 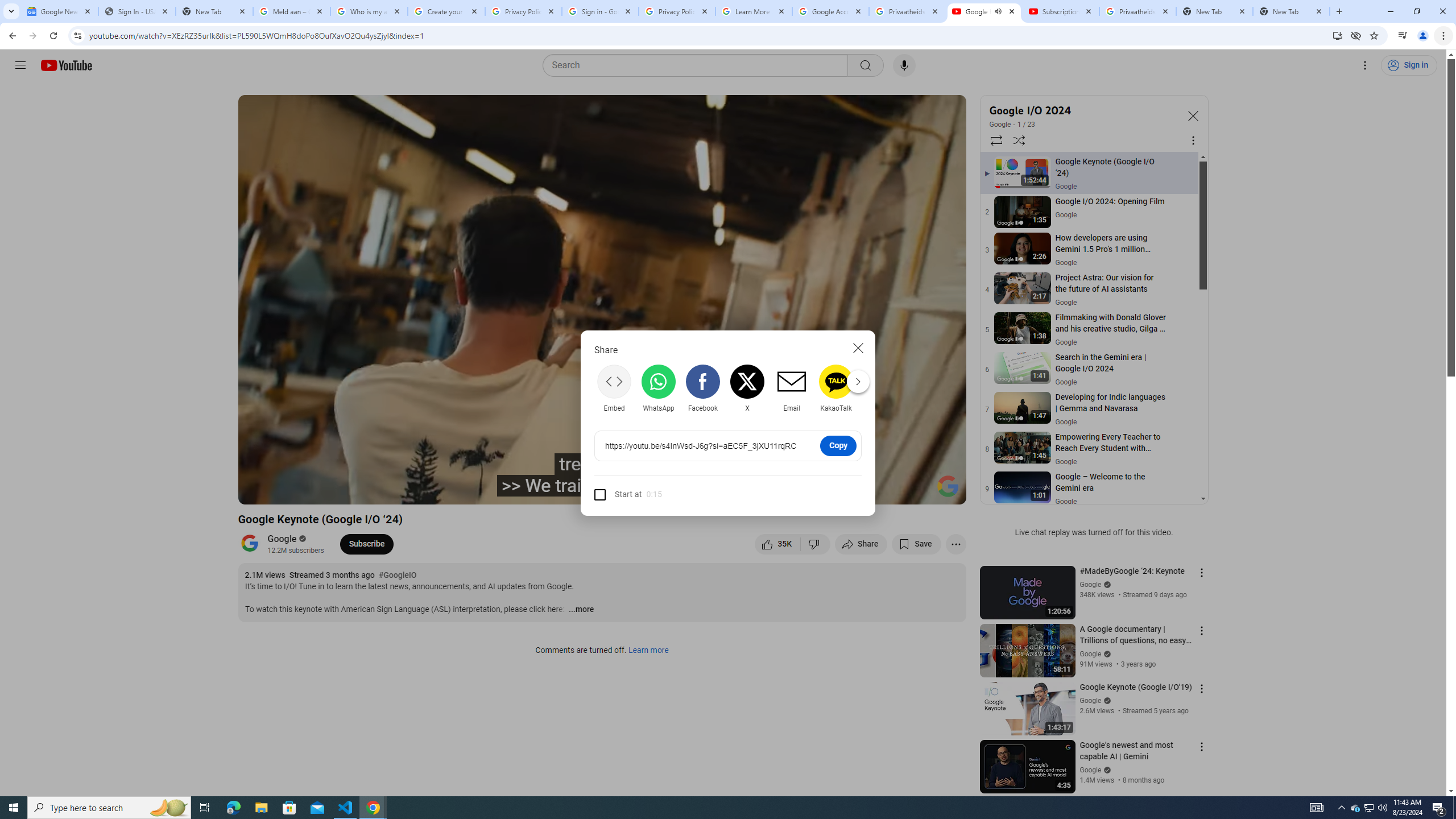 I want to click on 'Sign In - USA TODAY', so click(x=136, y=11).